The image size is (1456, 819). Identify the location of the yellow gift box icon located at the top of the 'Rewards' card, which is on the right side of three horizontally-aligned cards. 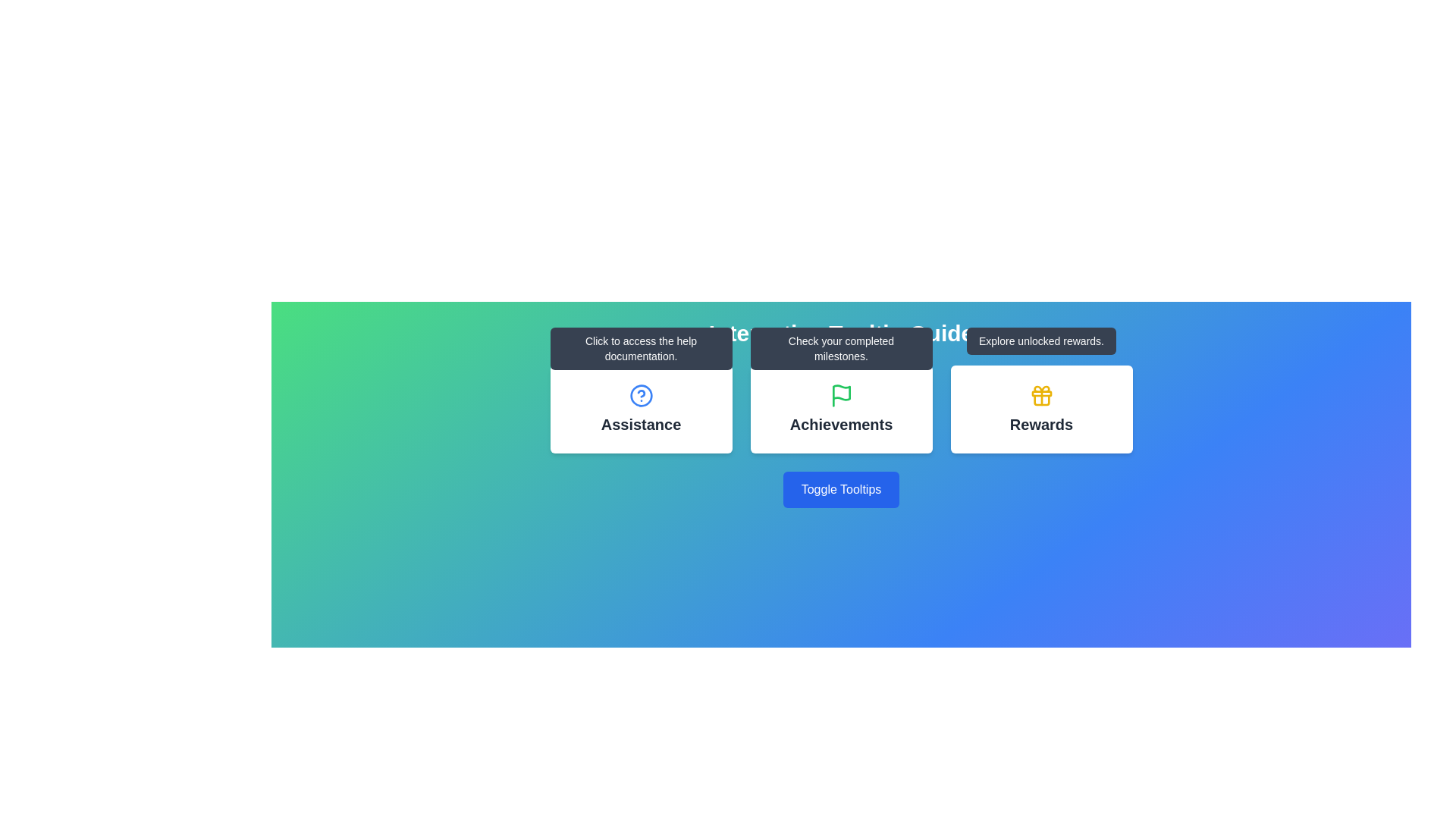
(1040, 394).